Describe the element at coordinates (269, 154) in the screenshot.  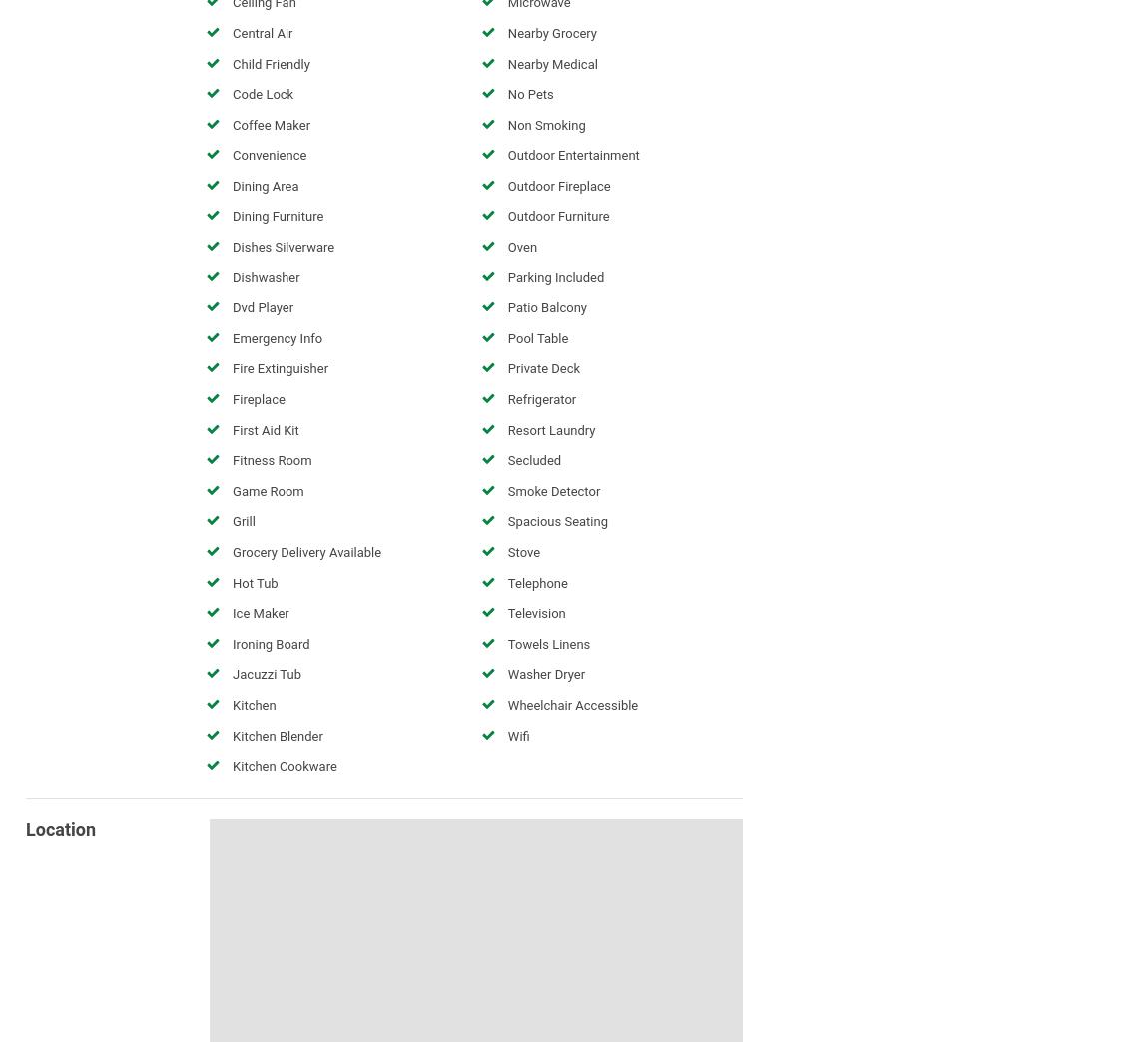
I see `'Convenience'` at that location.